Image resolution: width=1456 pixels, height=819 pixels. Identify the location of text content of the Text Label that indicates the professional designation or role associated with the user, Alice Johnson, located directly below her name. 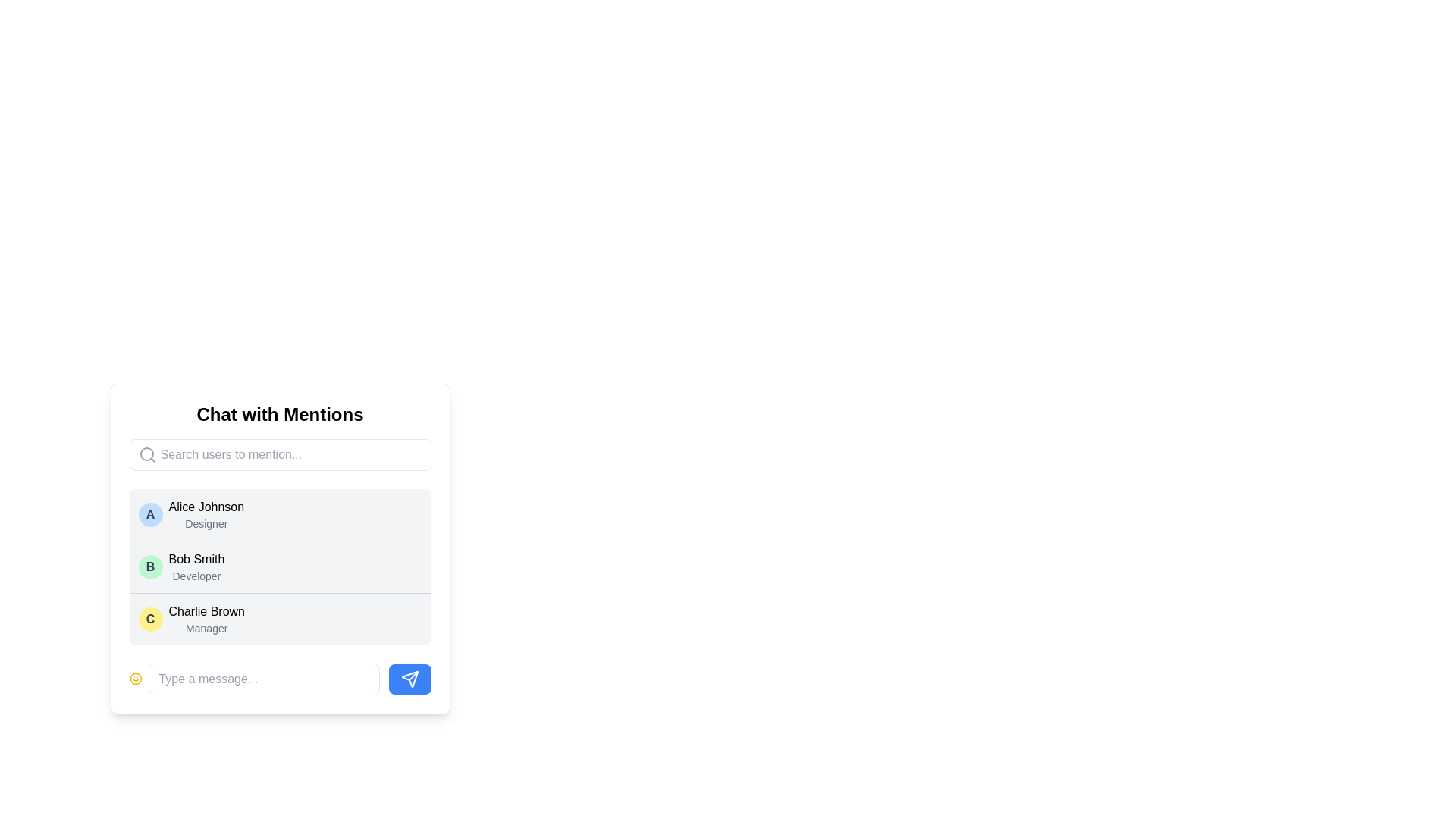
(206, 522).